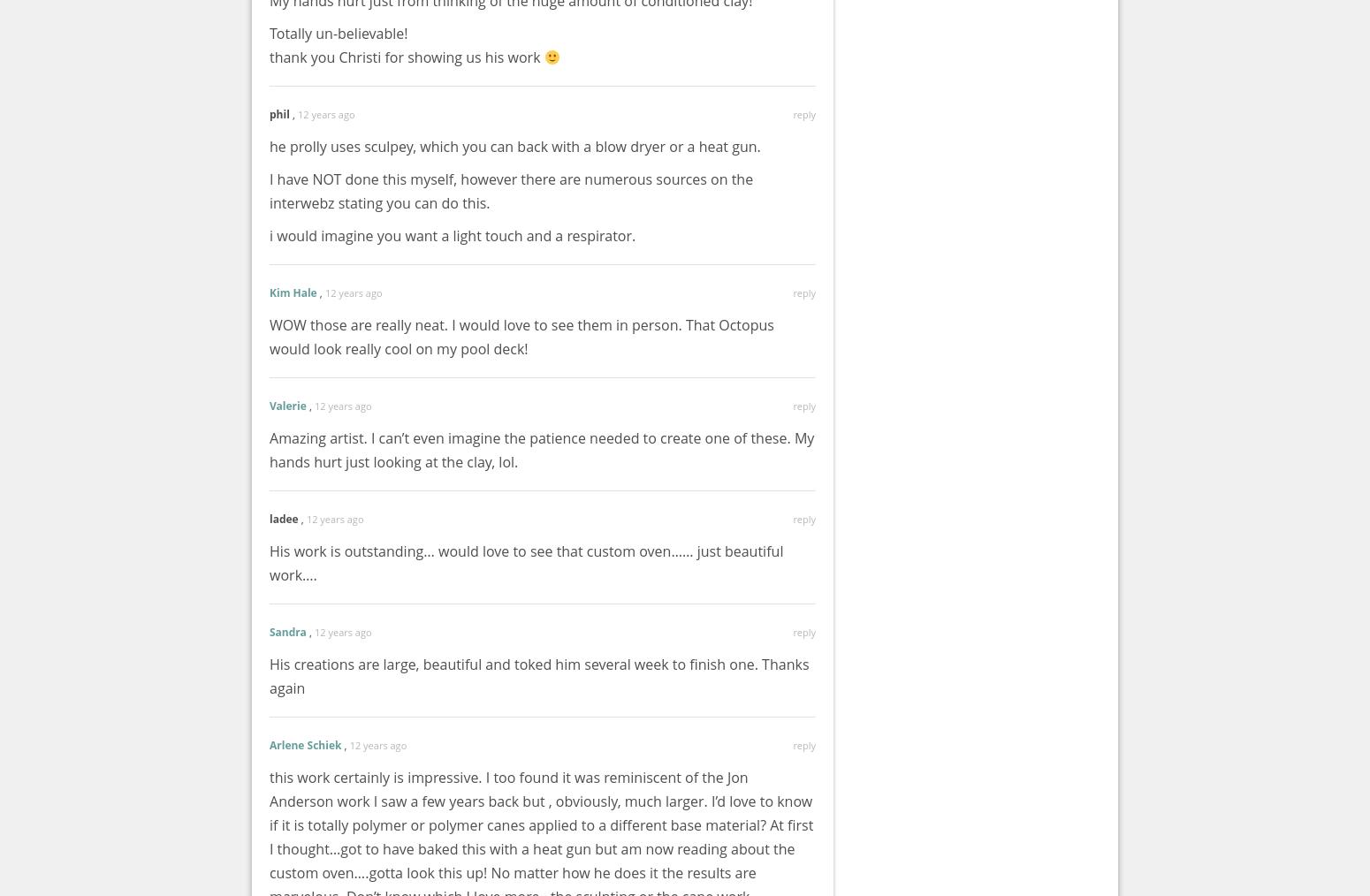 The height and width of the screenshot is (896, 1370). I want to click on 'Amazing artist. I can’t even imagine the patience needed to create one of these. My hands hurt just looking at the clay, lol.', so click(542, 449).